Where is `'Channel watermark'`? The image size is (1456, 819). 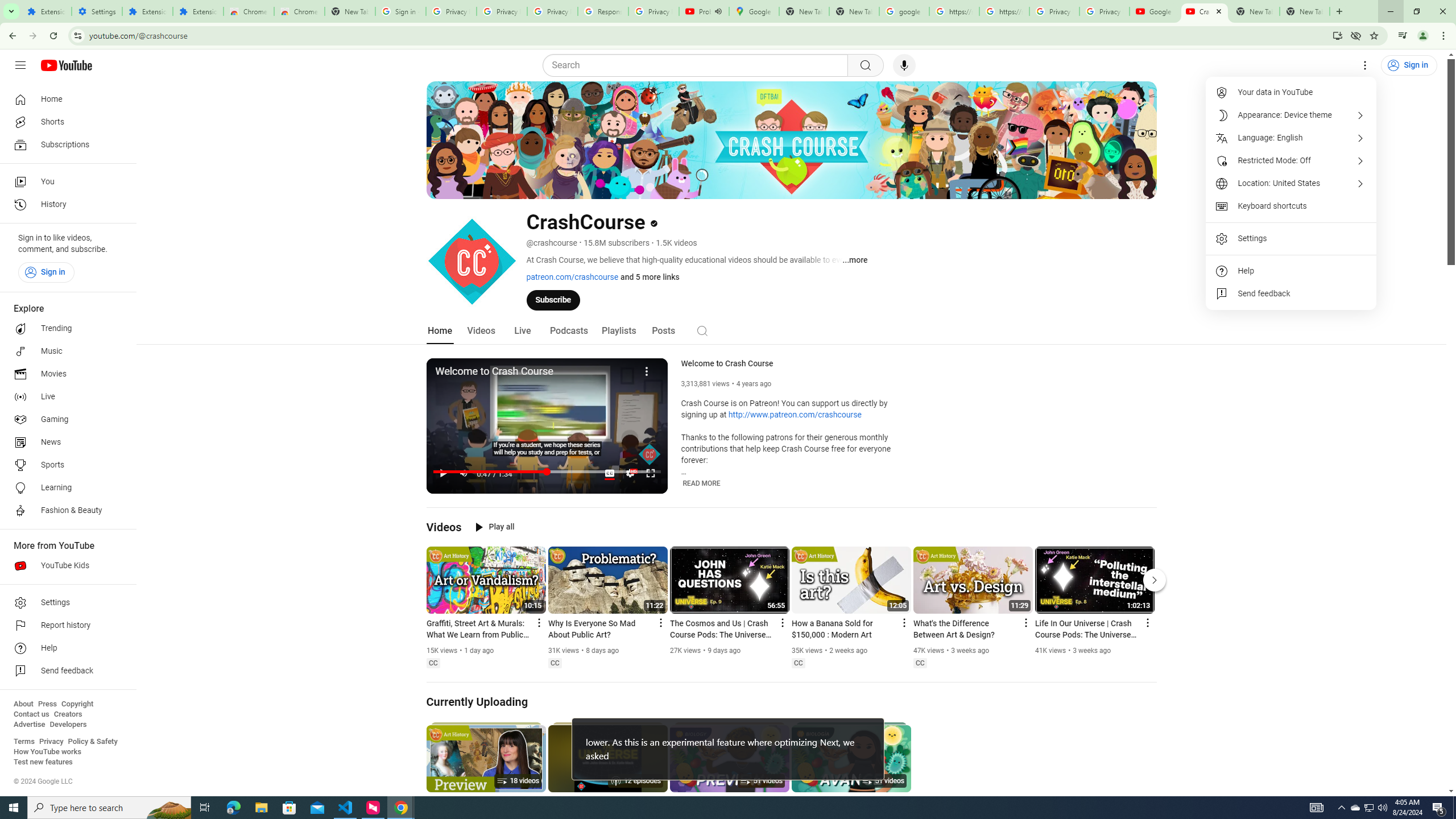 'Channel watermark' is located at coordinates (649, 454).